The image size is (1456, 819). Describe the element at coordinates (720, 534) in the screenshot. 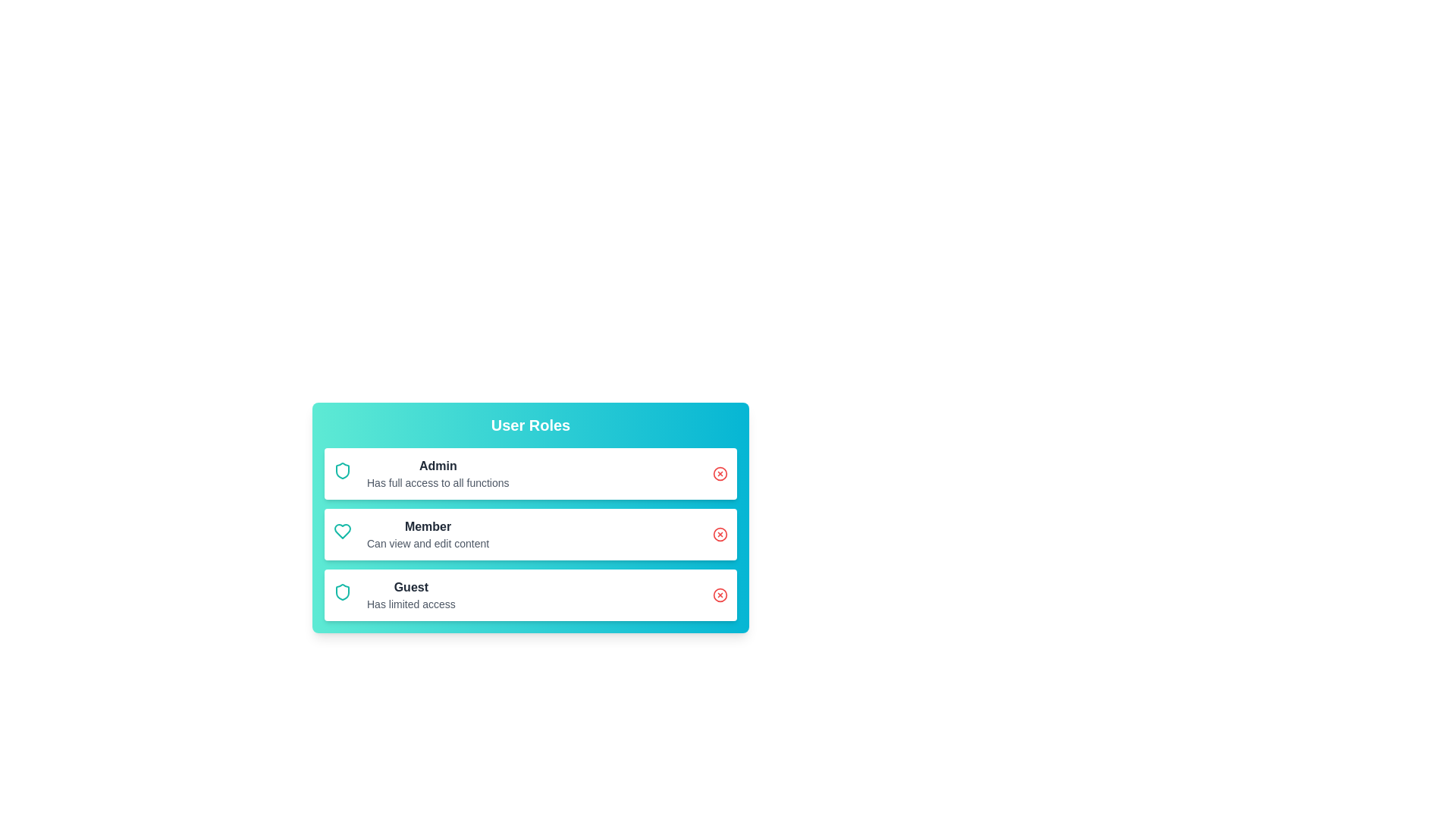

I see `the remove button for the role Member to delete it` at that location.